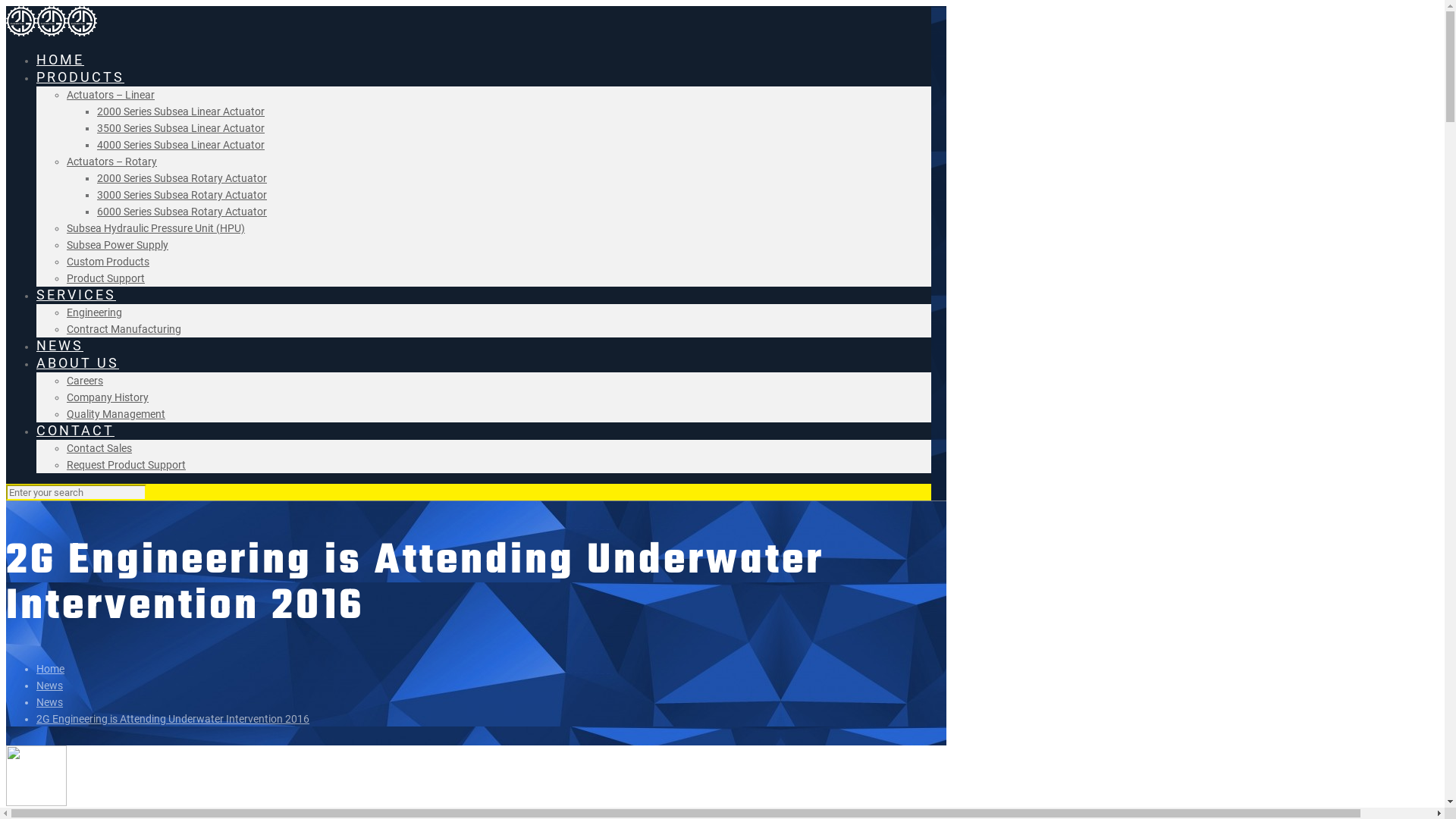 This screenshot has width=1456, height=819. I want to click on 'Quality Management', so click(115, 414).